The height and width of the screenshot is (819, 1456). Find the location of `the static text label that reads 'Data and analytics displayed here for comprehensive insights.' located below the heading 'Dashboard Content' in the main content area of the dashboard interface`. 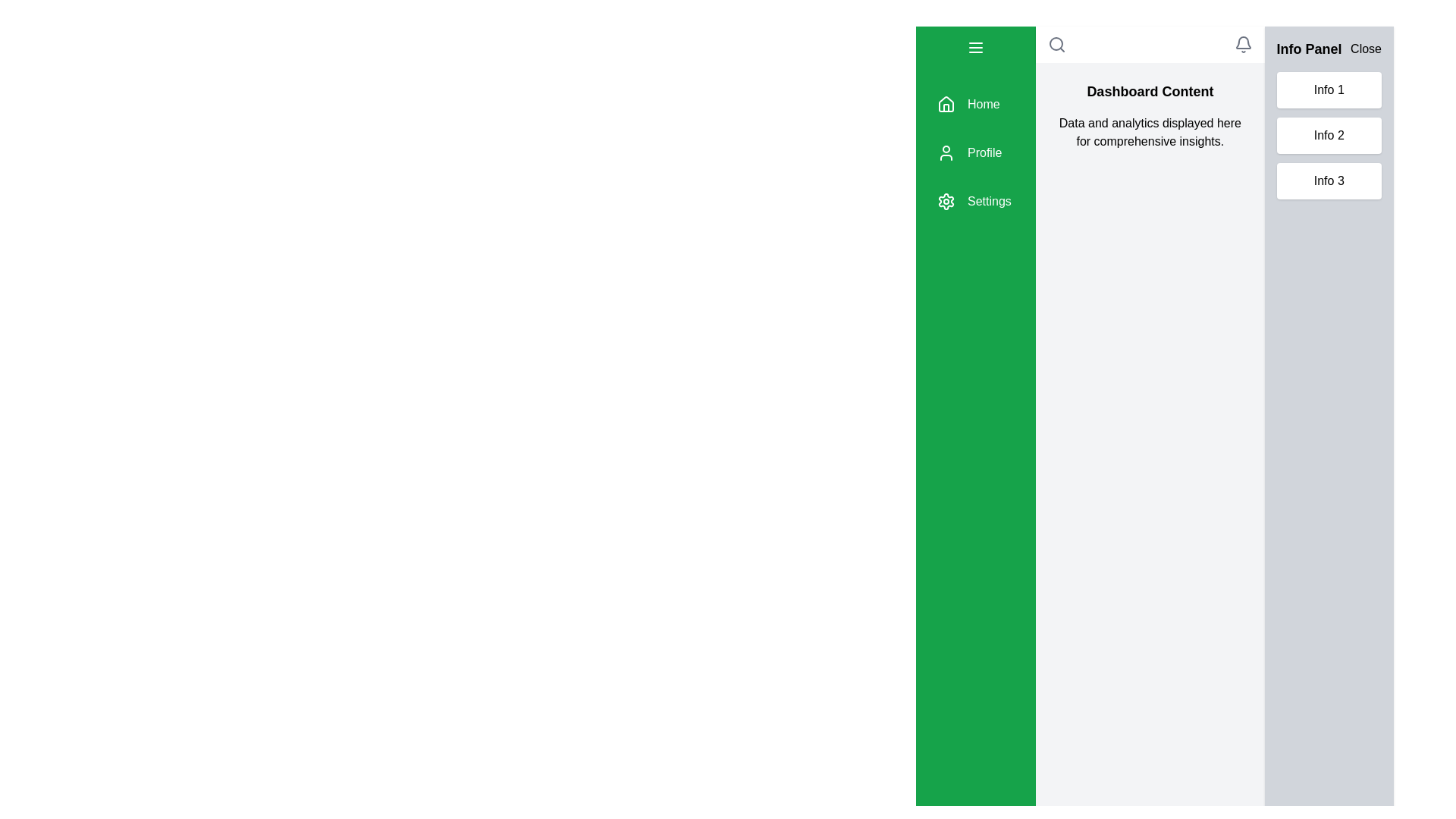

the static text label that reads 'Data and analytics displayed here for comprehensive insights.' located below the heading 'Dashboard Content' in the main content area of the dashboard interface is located at coordinates (1150, 131).